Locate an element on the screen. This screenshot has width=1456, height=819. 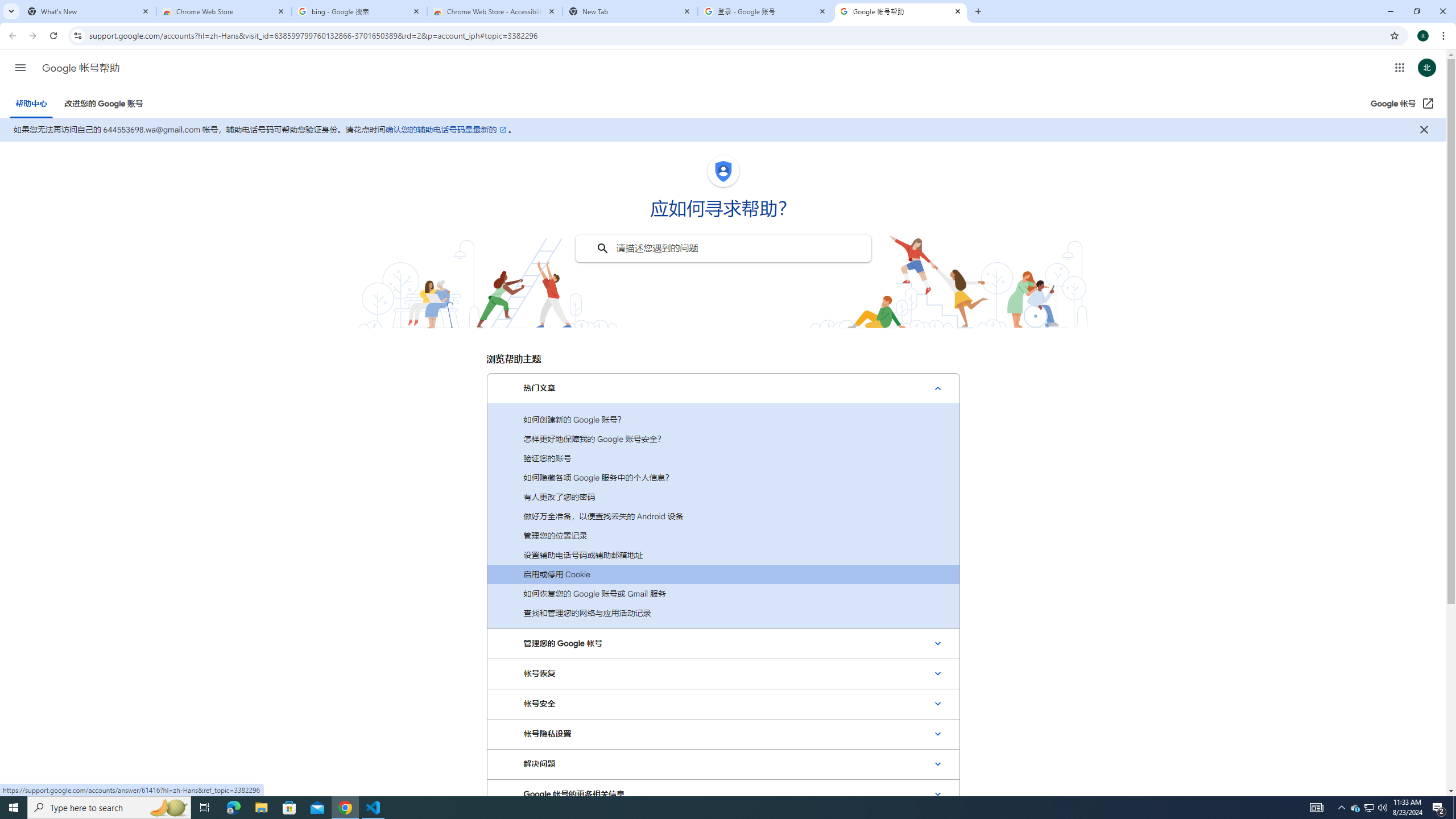
'Reload' is located at coordinates (53, 35).